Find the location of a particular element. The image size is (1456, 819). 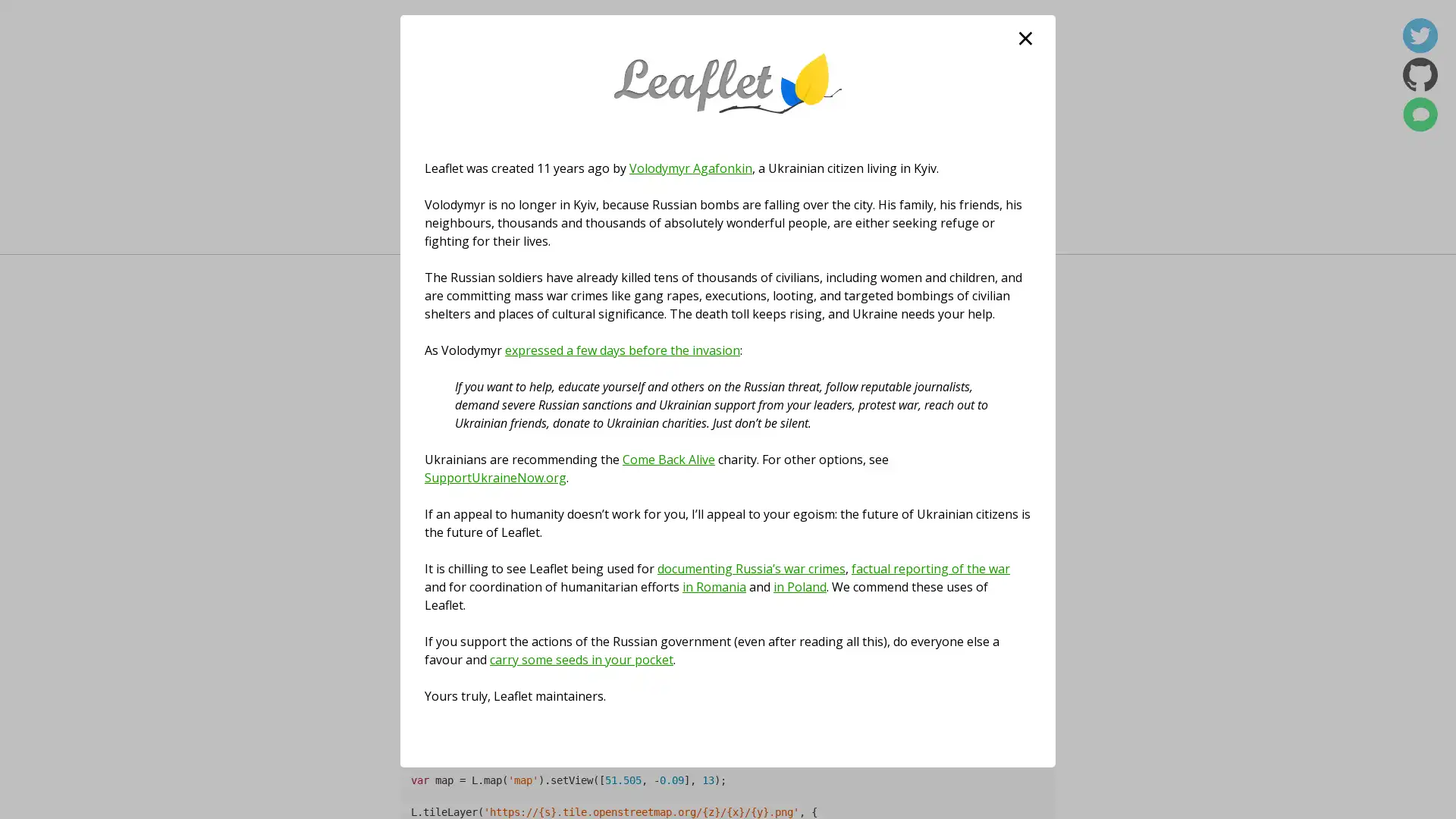

Close popup is located at coordinates (789, 537).